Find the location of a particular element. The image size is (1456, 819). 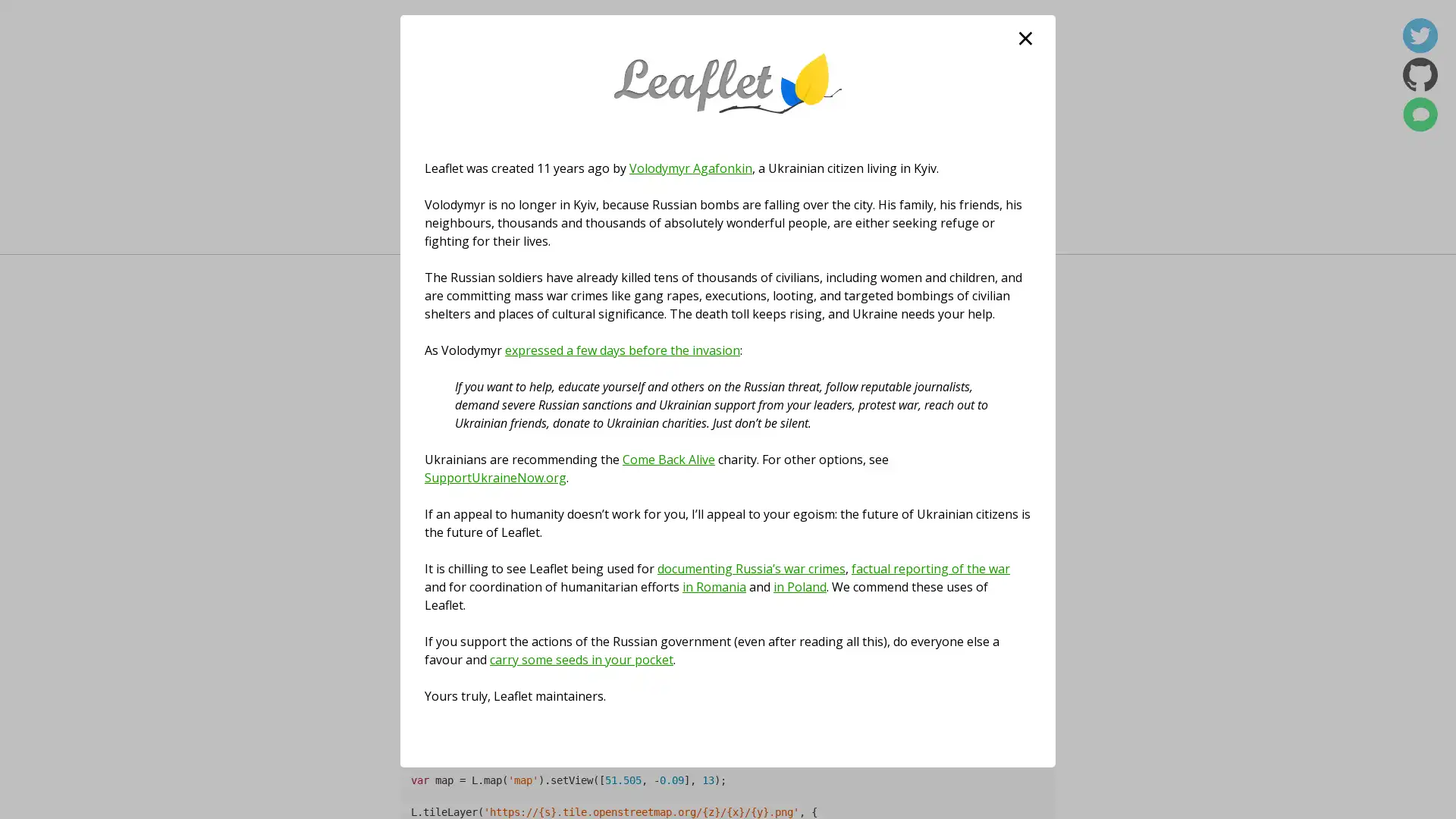

Close popup is located at coordinates (789, 537).